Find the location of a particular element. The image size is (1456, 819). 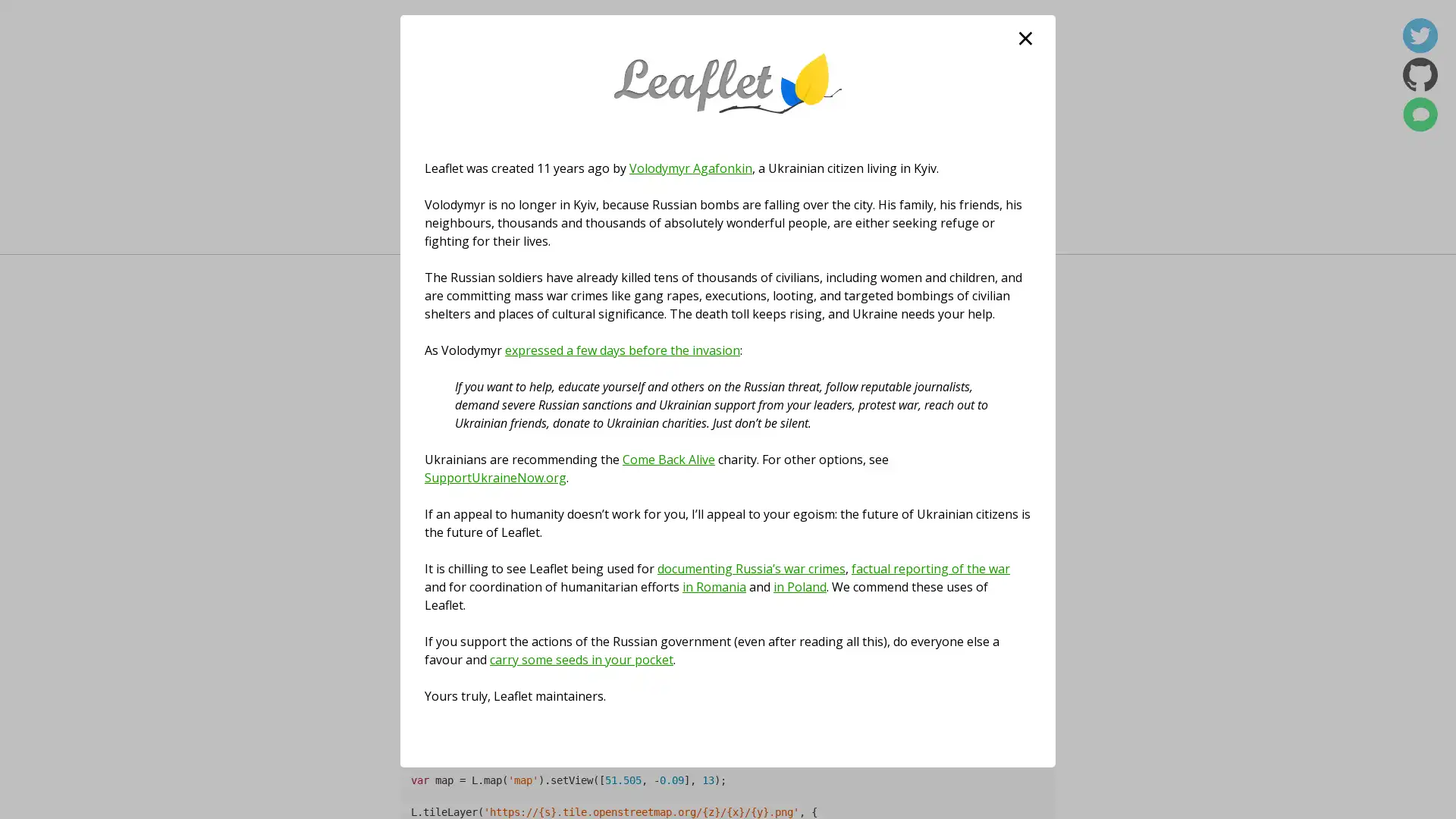

Close popup is located at coordinates (789, 537).